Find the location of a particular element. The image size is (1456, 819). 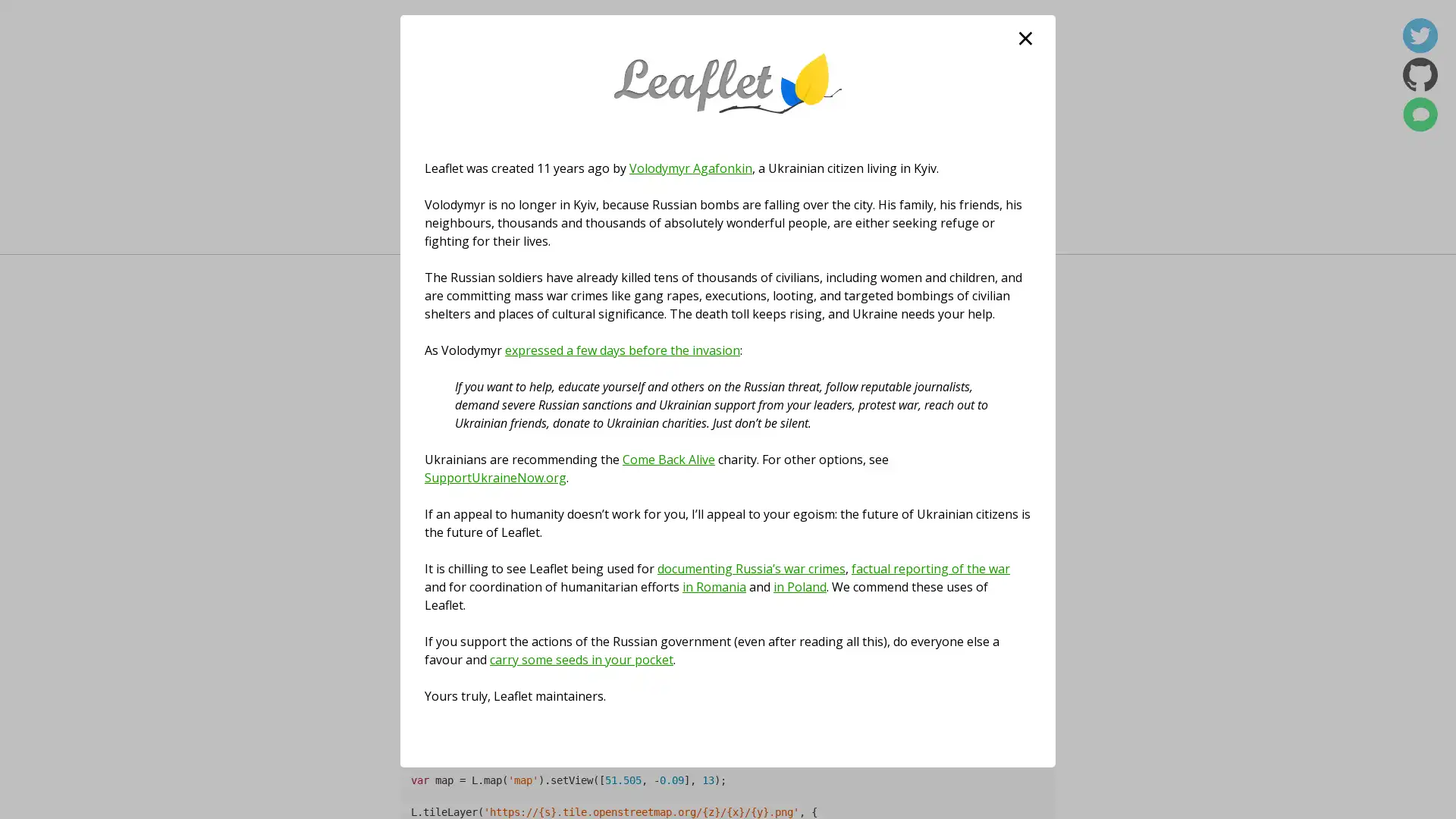

Close popup is located at coordinates (789, 537).